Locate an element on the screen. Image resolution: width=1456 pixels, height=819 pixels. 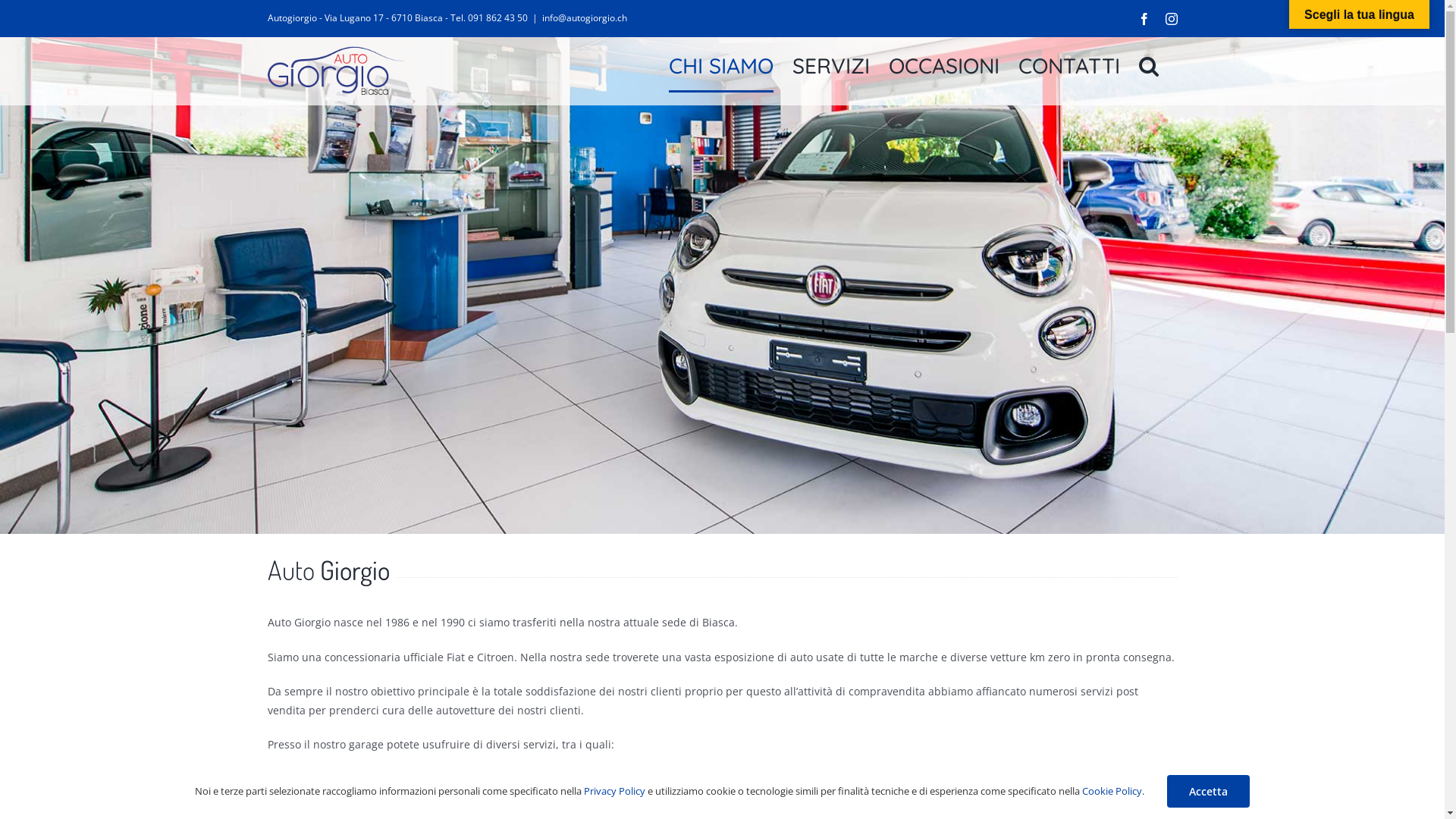
'Facebook' is located at coordinates (1137, 17).